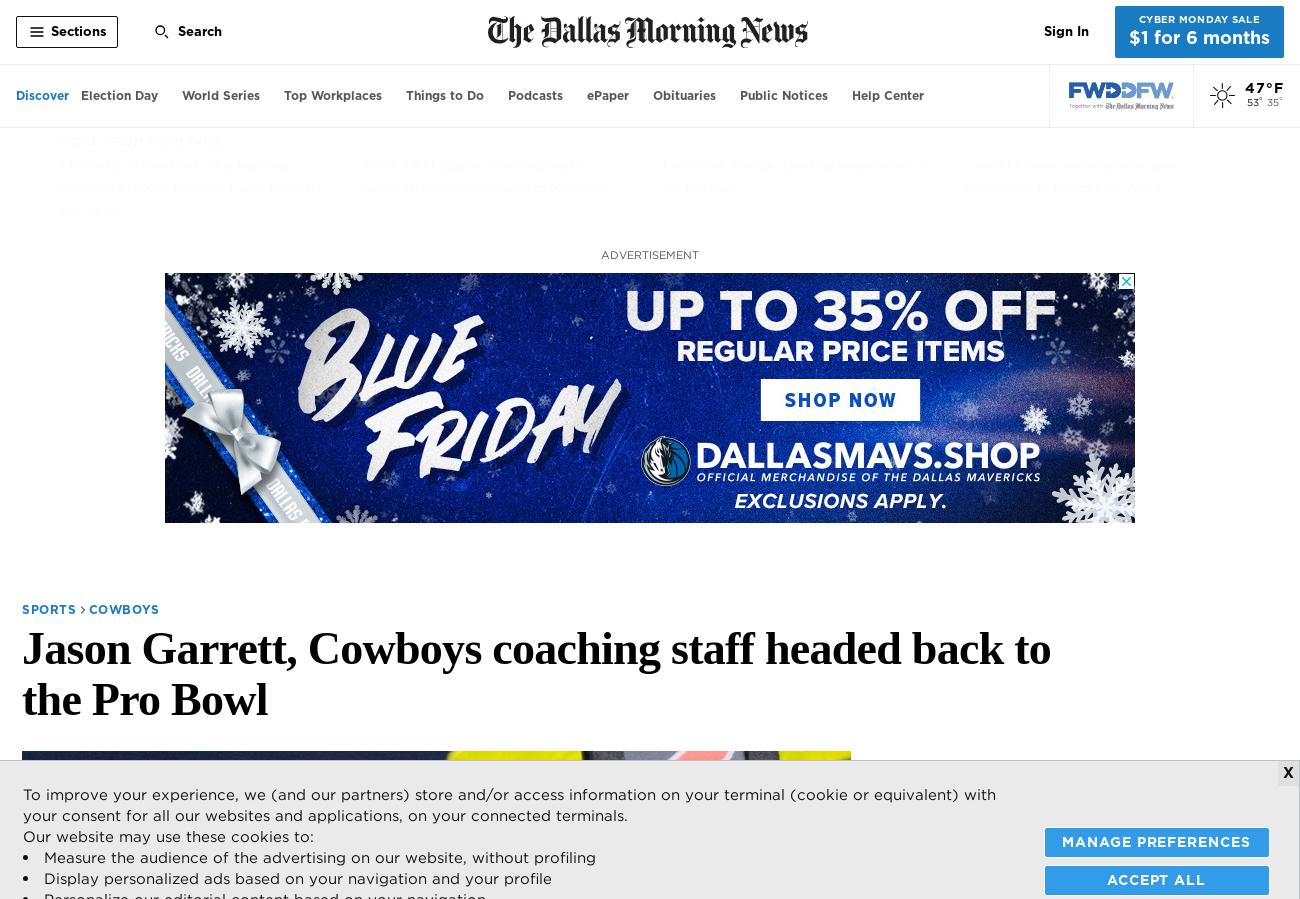 The height and width of the screenshot is (899, 1300). I want to click on 'Notices', so click(803, 94).